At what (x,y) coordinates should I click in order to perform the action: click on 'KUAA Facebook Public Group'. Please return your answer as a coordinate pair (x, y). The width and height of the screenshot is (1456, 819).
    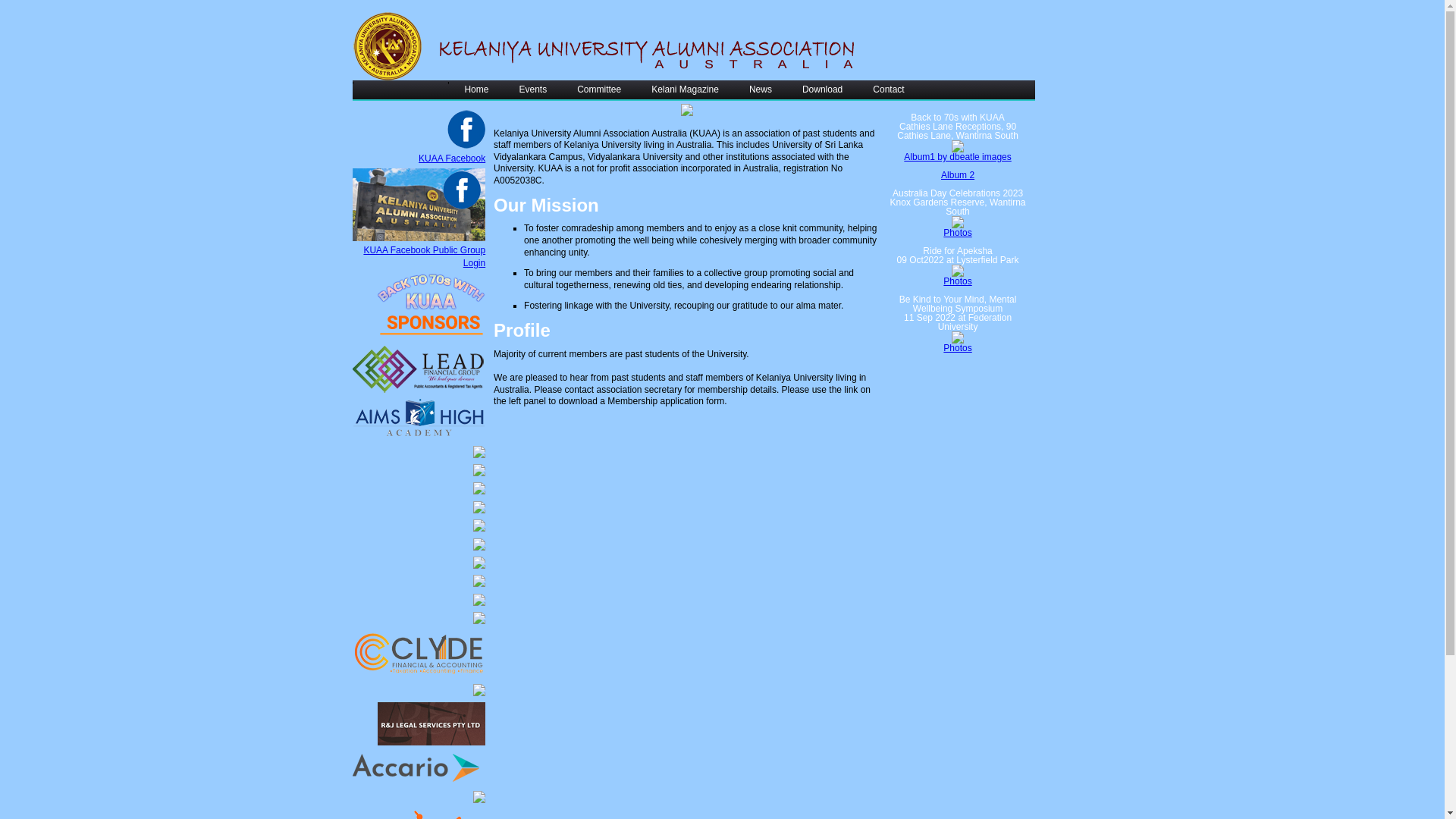
    Looking at the image, I should click on (362, 249).